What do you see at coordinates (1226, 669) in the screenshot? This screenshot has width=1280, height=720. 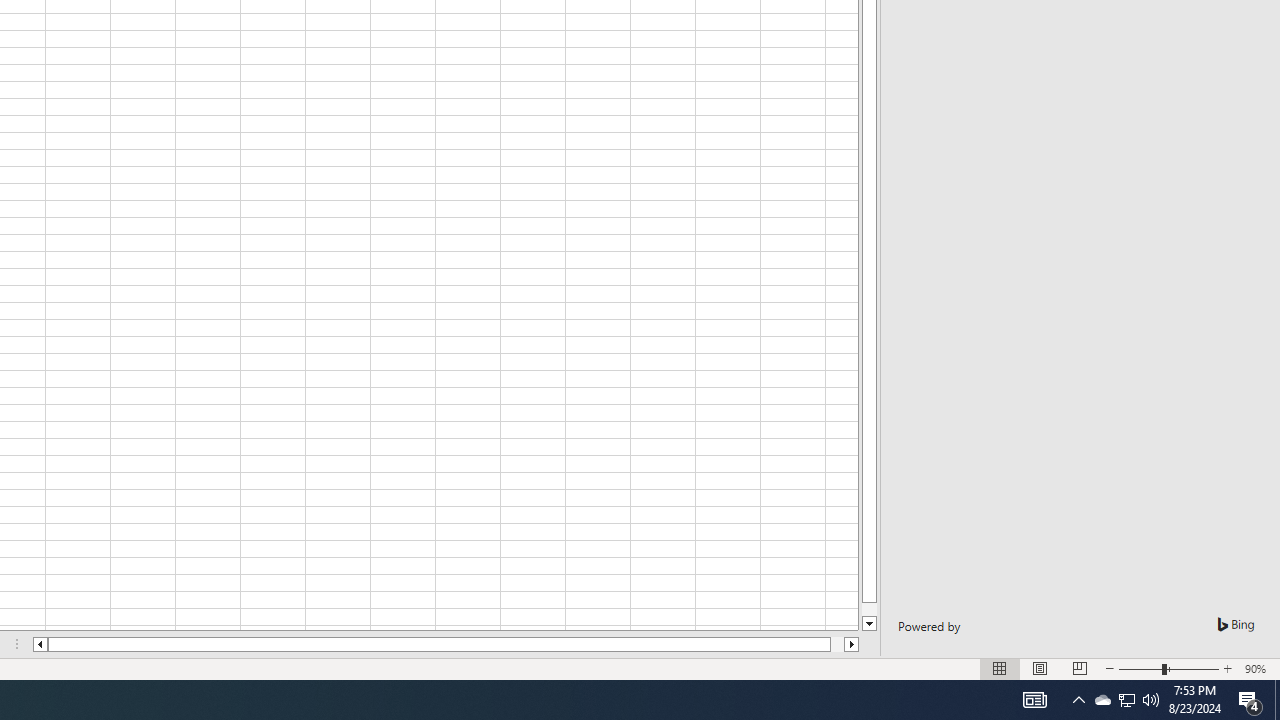 I see `'Zoom In'` at bounding box center [1226, 669].